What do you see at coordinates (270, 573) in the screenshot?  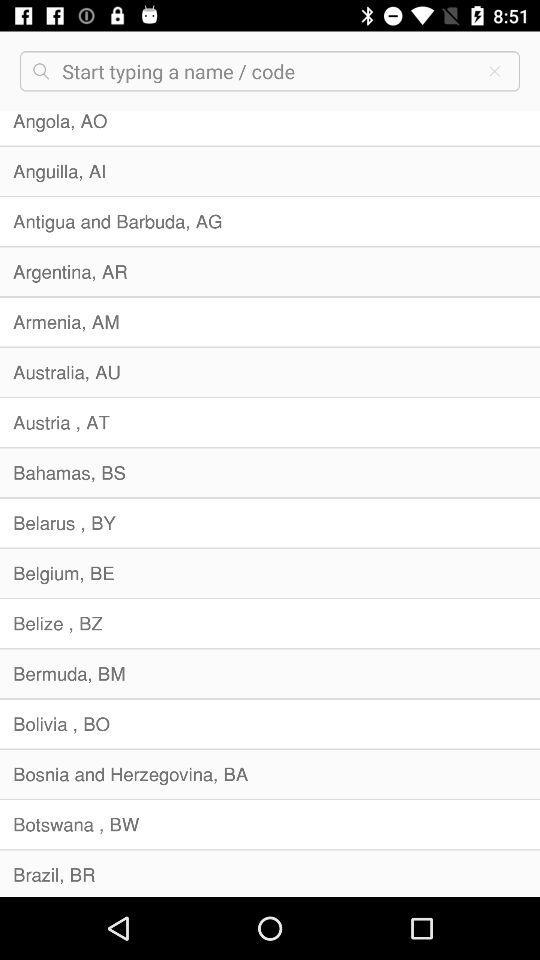 I see `belgium, be item` at bounding box center [270, 573].